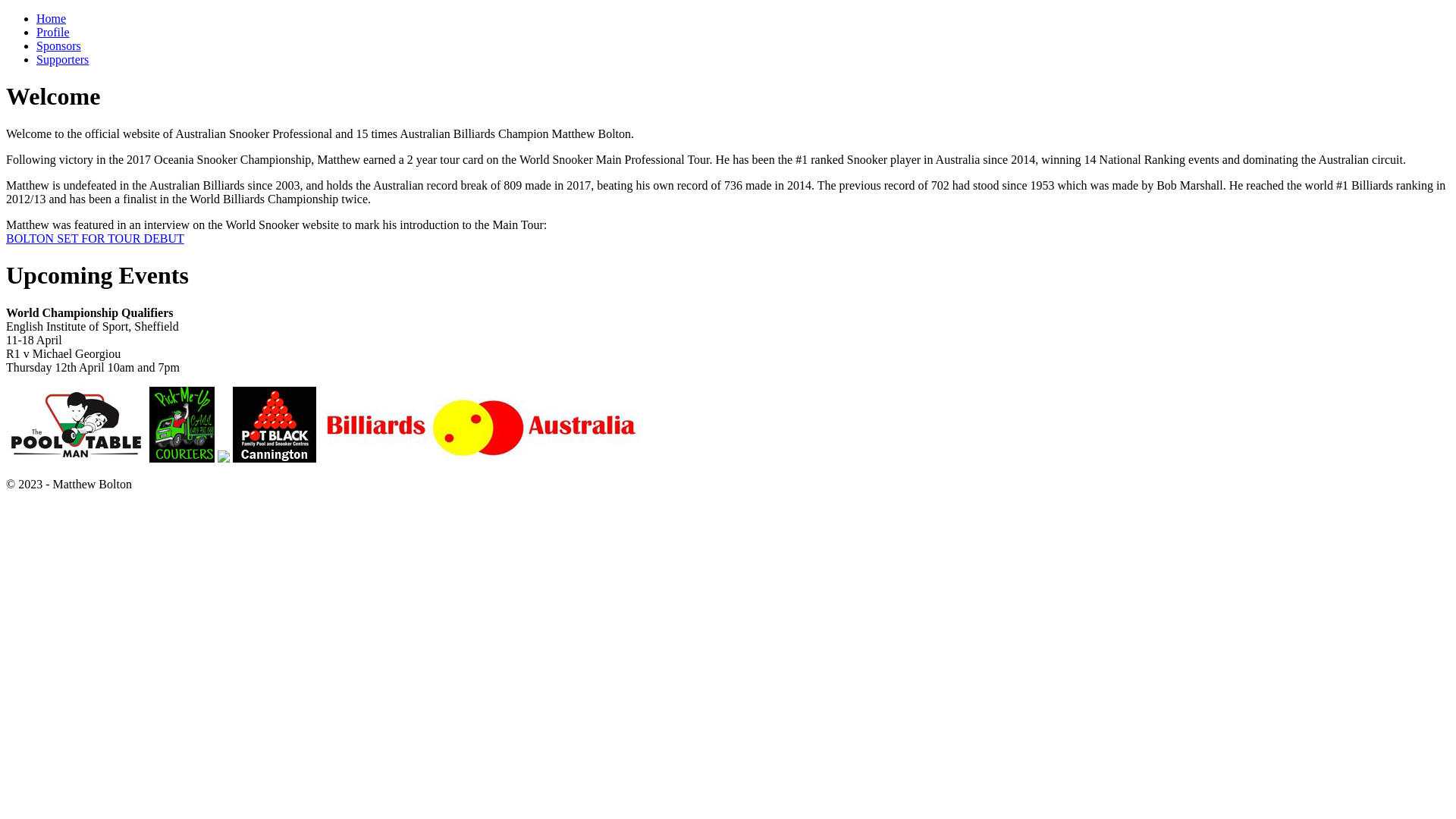 This screenshot has width=1456, height=819. Describe the element at coordinates (58, 45) in the screenshot. I see `'Sponsors'` at that location.